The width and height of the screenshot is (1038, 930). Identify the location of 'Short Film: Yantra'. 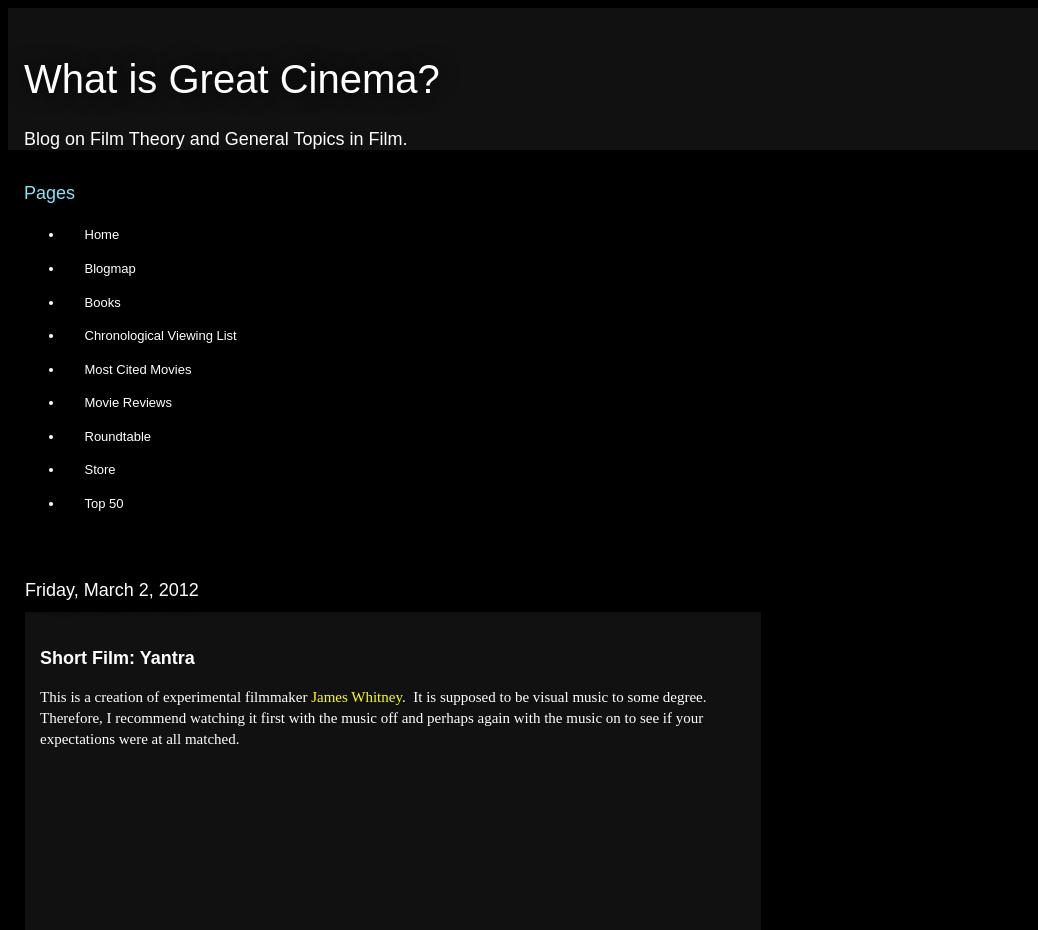
(115, 656).